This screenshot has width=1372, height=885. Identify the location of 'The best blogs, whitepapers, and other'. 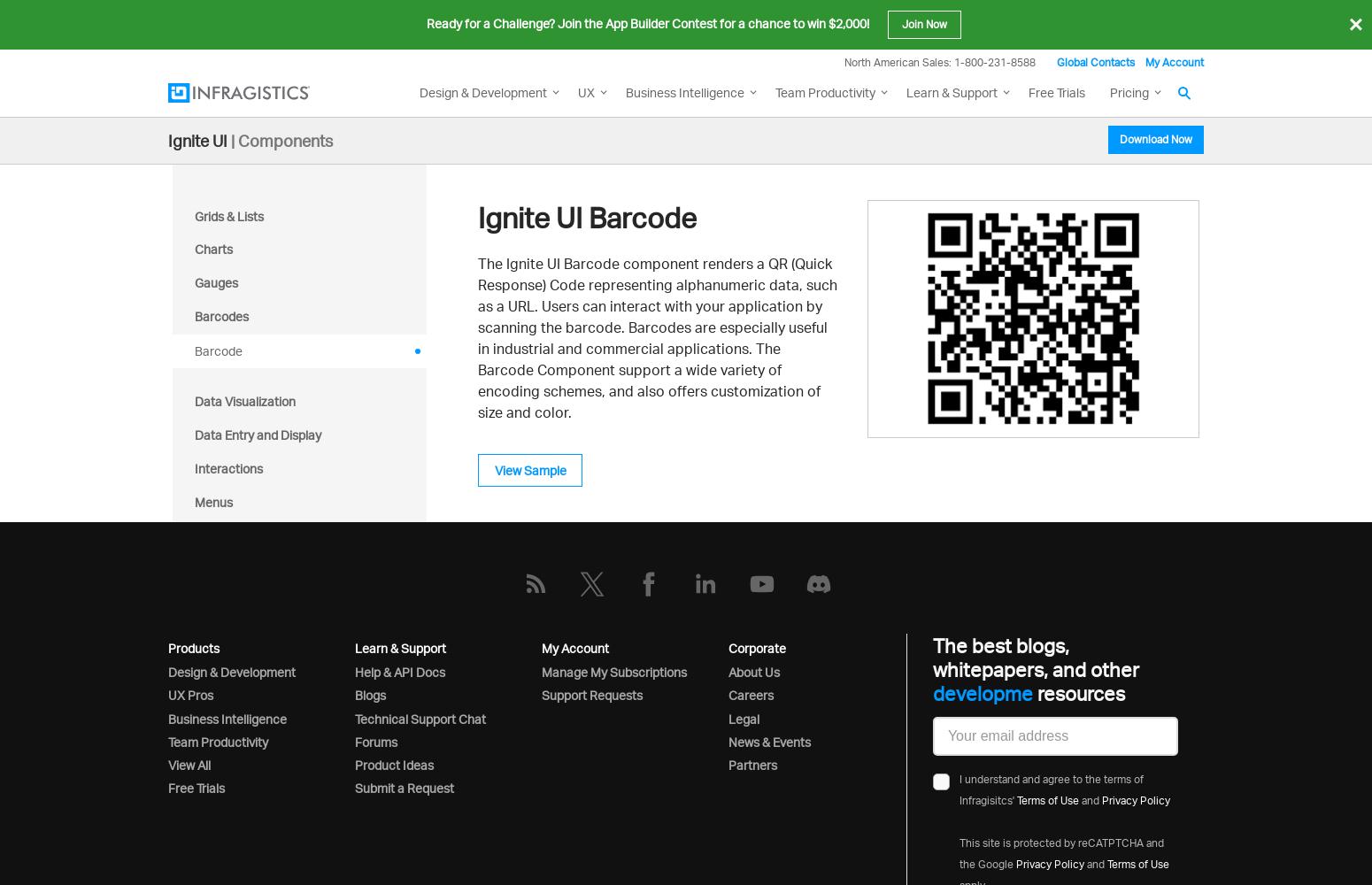
(1035, 657).